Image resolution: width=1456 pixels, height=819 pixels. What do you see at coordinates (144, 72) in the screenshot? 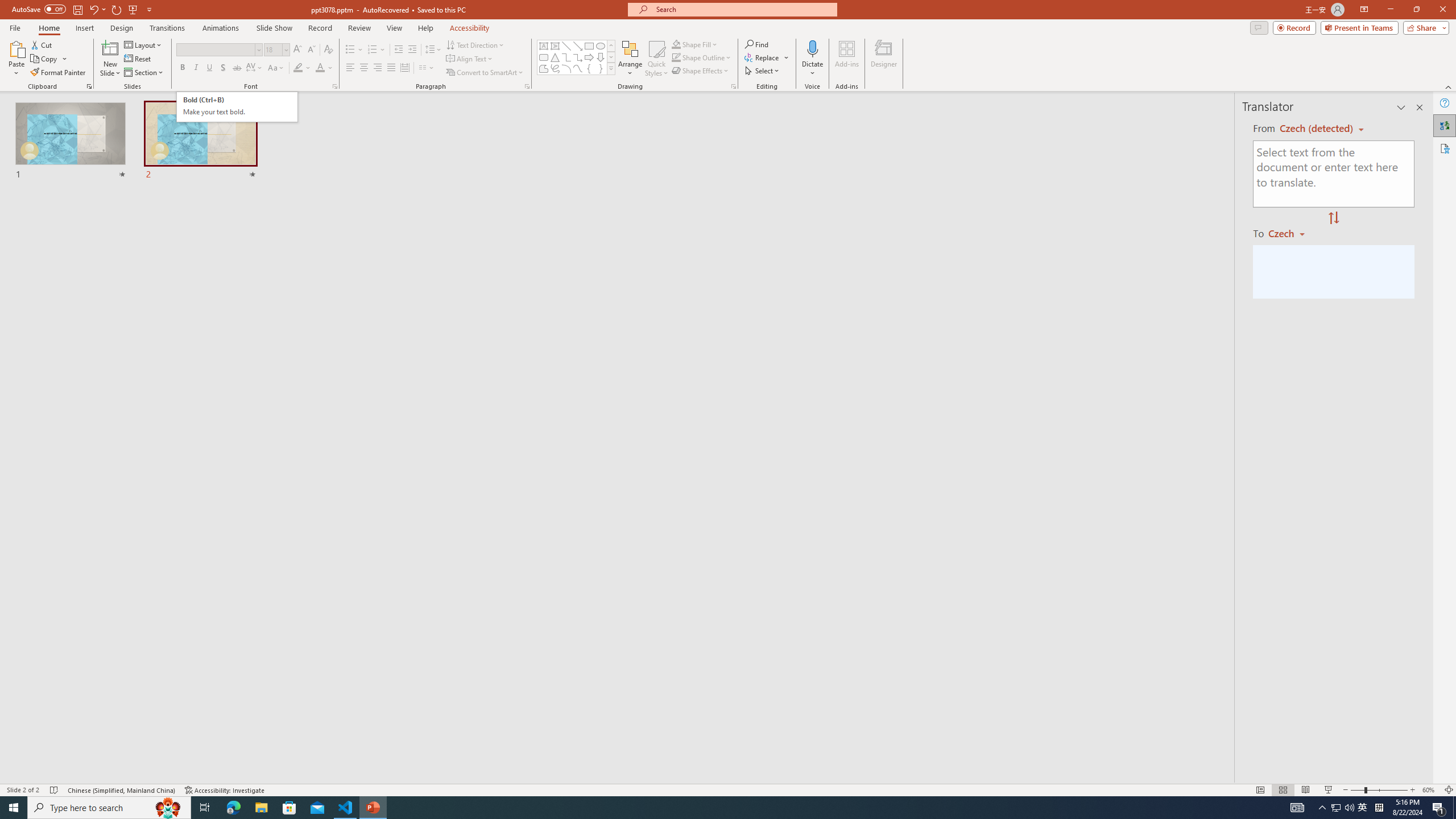
I see `'Section'` at bounding box center [144, 72].